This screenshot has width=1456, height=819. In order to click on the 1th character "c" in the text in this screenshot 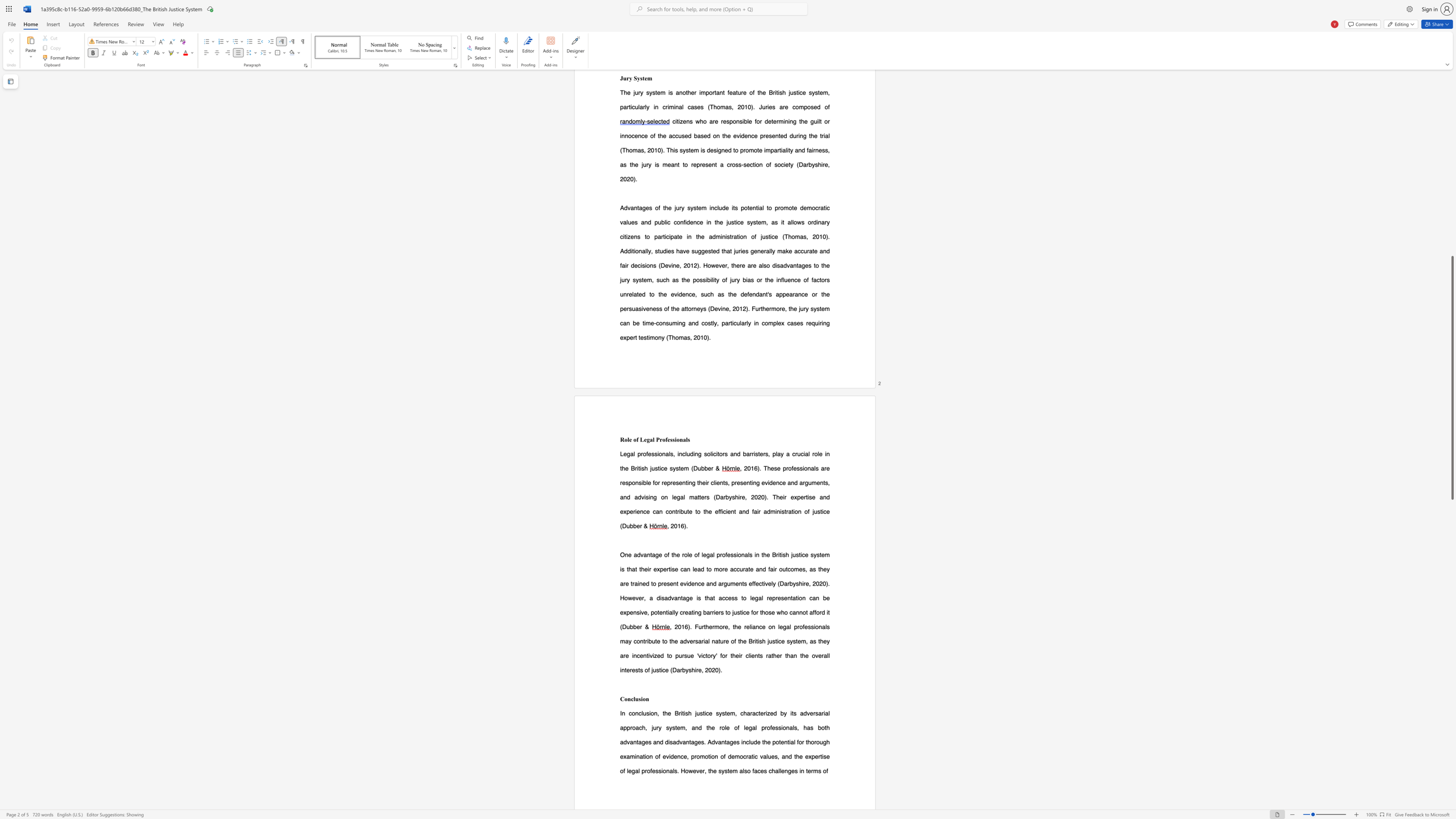, I will do `click(711, 483)`.